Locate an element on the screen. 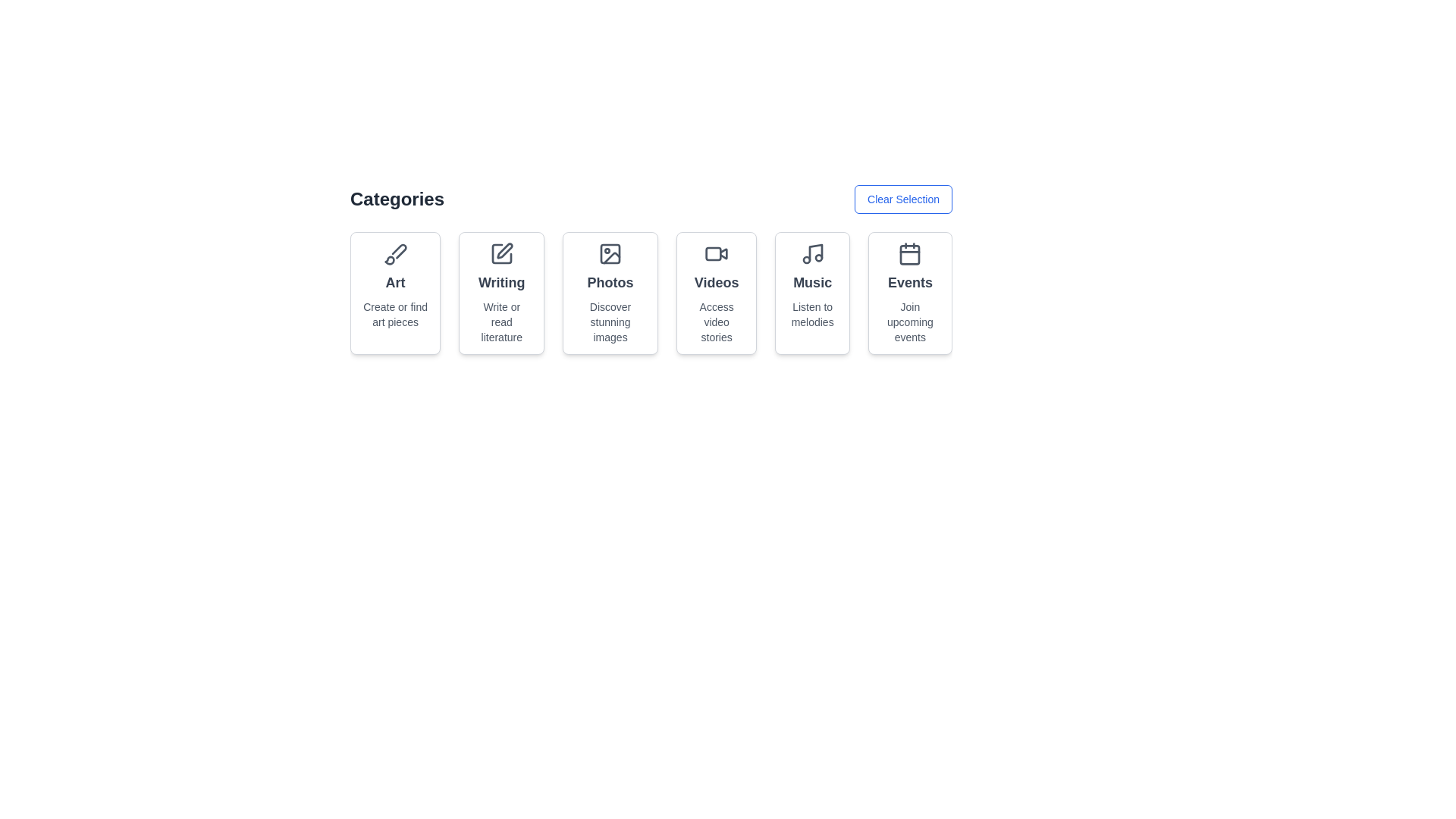 This screenshot has height=819, width=1456. the 'Writing' category icon, which is located at the top of the 'Writing' card and serves as a symbolic indicator for writing is located at coordinates (501, 253).